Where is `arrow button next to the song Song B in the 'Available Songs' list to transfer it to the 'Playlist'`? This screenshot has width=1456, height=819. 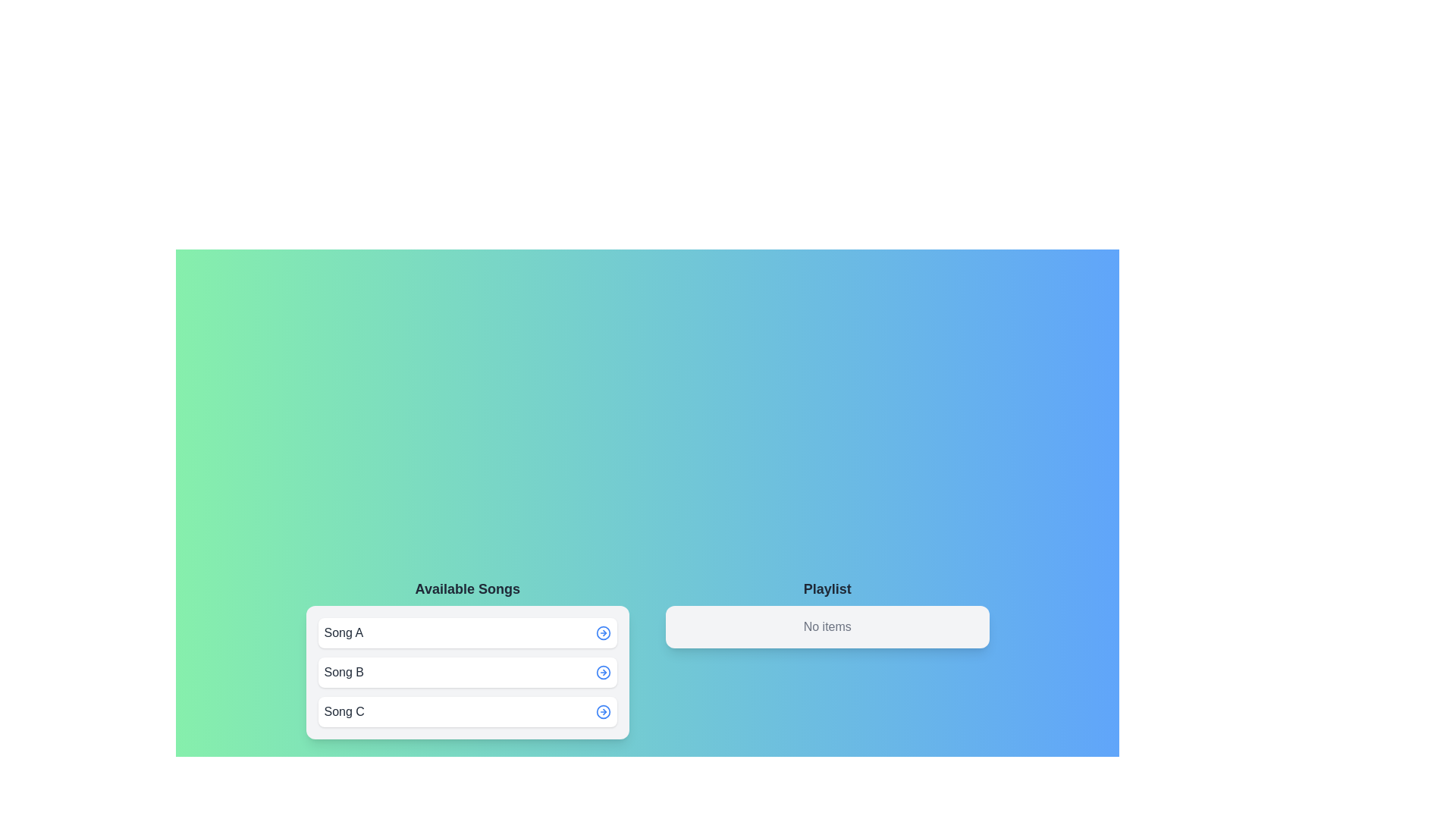
arrow button next to the song Song B in the 'Available Songs' list to transfer it to the 'Playlist' is located at coordinates (603, 672).